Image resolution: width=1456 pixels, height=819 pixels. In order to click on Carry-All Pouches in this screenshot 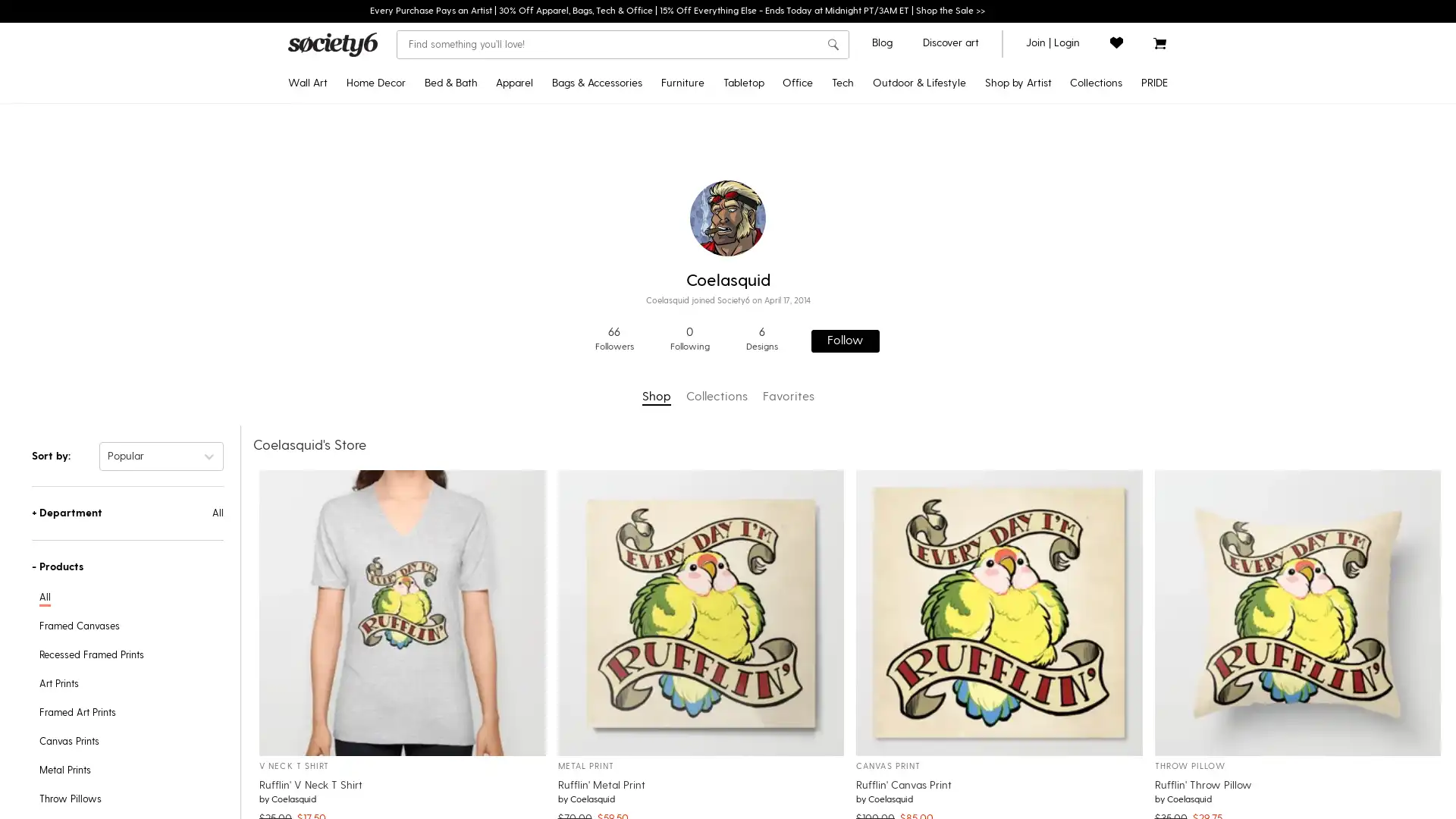, I will do `click(607, 146)`.